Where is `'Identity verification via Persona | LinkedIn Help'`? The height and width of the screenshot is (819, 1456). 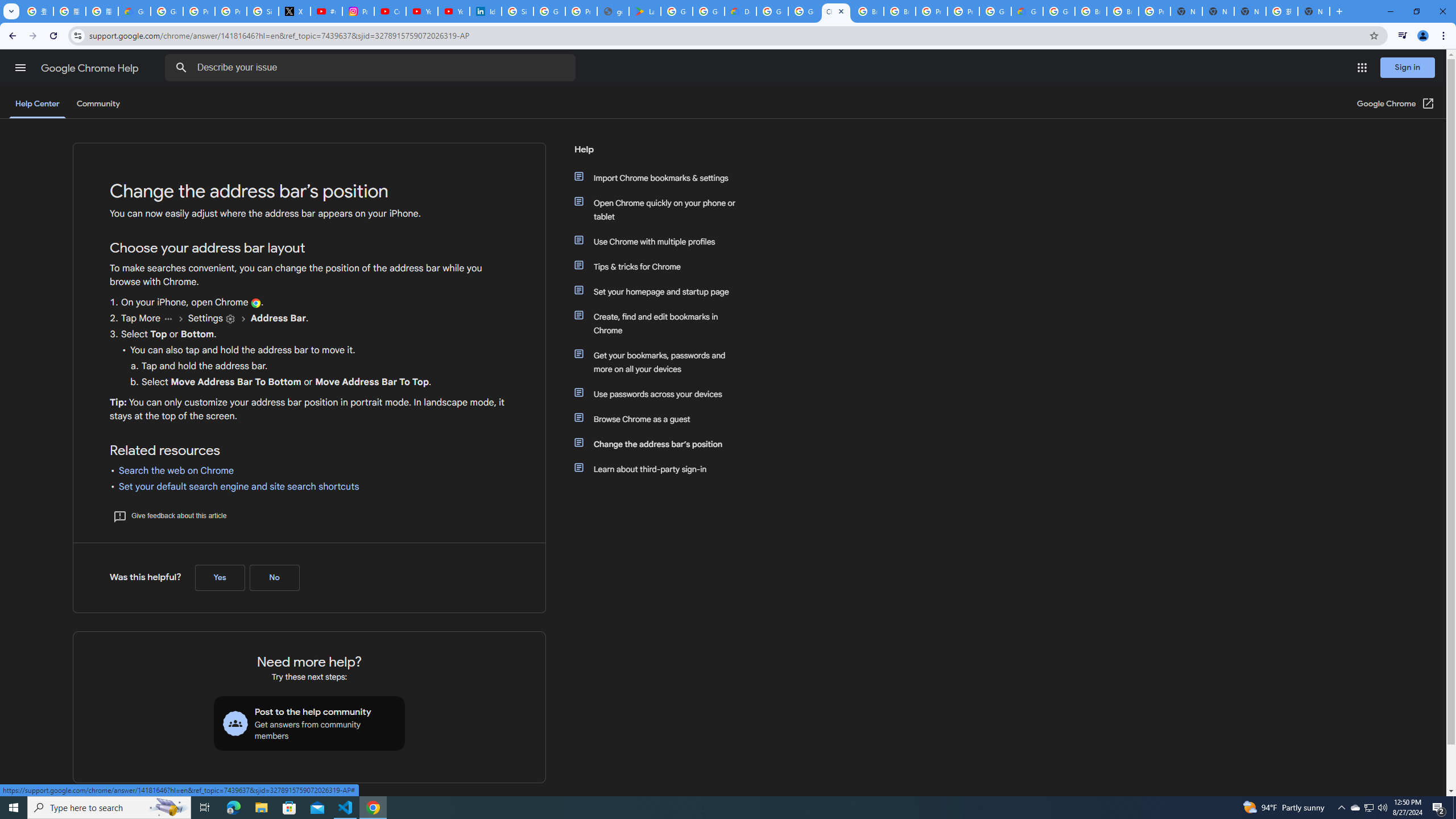 'Identity verification via Persona | LinkedIn Help' is located at coordinates (485, 11).